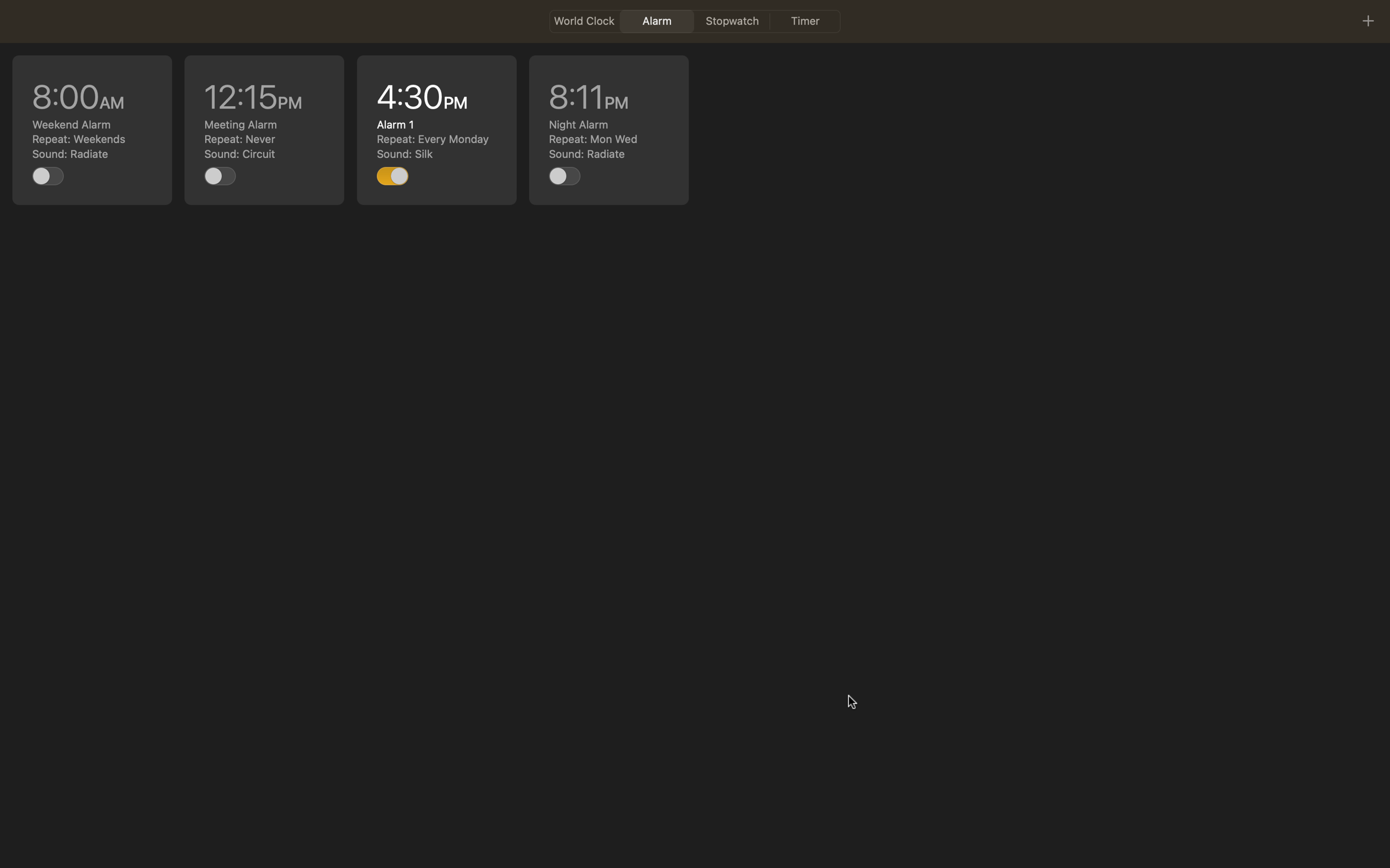 The image size is (1390, 868). Describe the element at coordinates (264, 129) in the screenshot. I see `edit the 12pm alarm` at that location.